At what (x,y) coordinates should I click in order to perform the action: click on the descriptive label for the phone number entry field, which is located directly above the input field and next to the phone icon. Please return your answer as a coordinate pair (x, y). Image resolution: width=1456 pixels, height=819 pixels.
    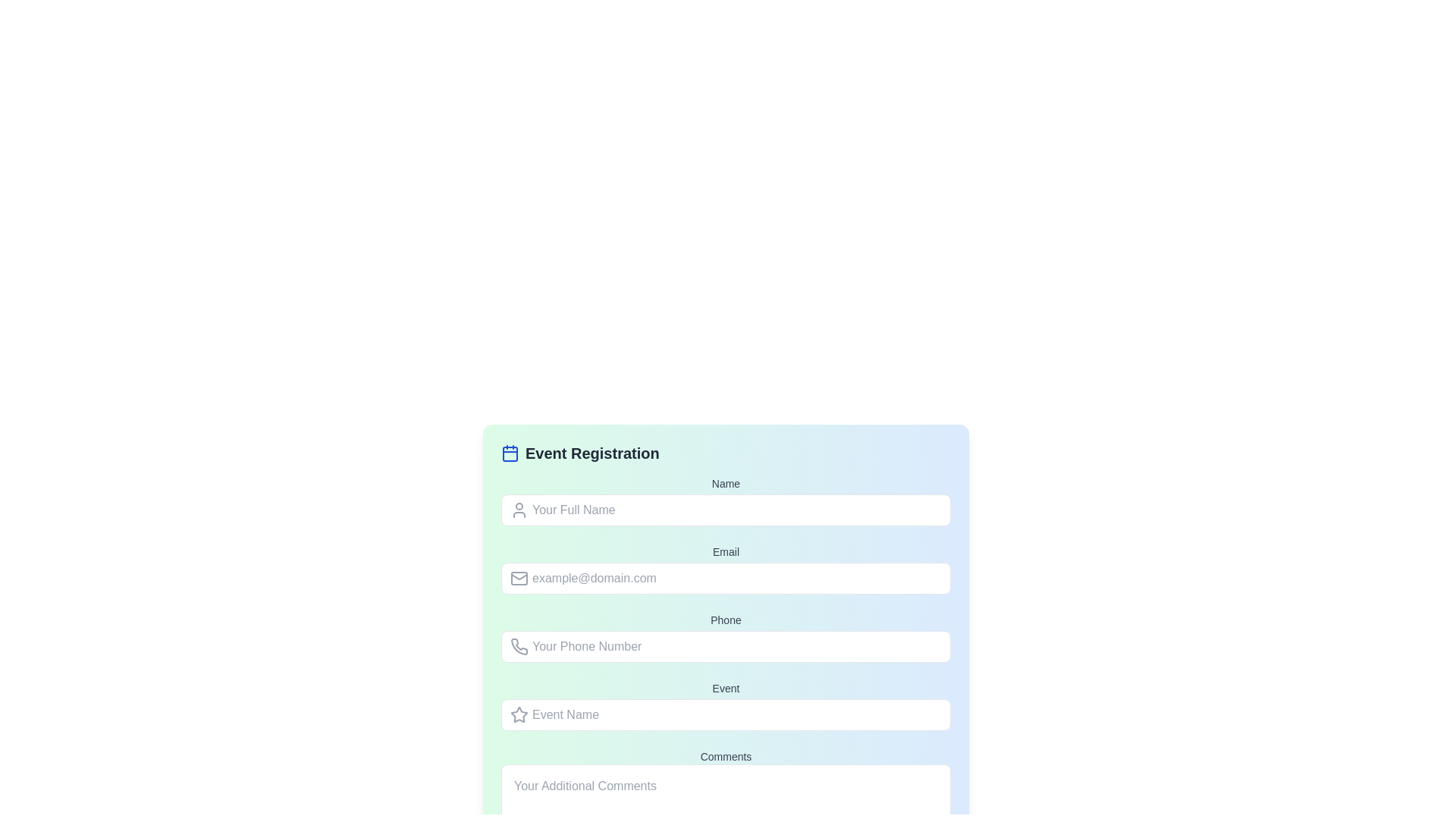
    Looking at the image, I should click on (725, 620).